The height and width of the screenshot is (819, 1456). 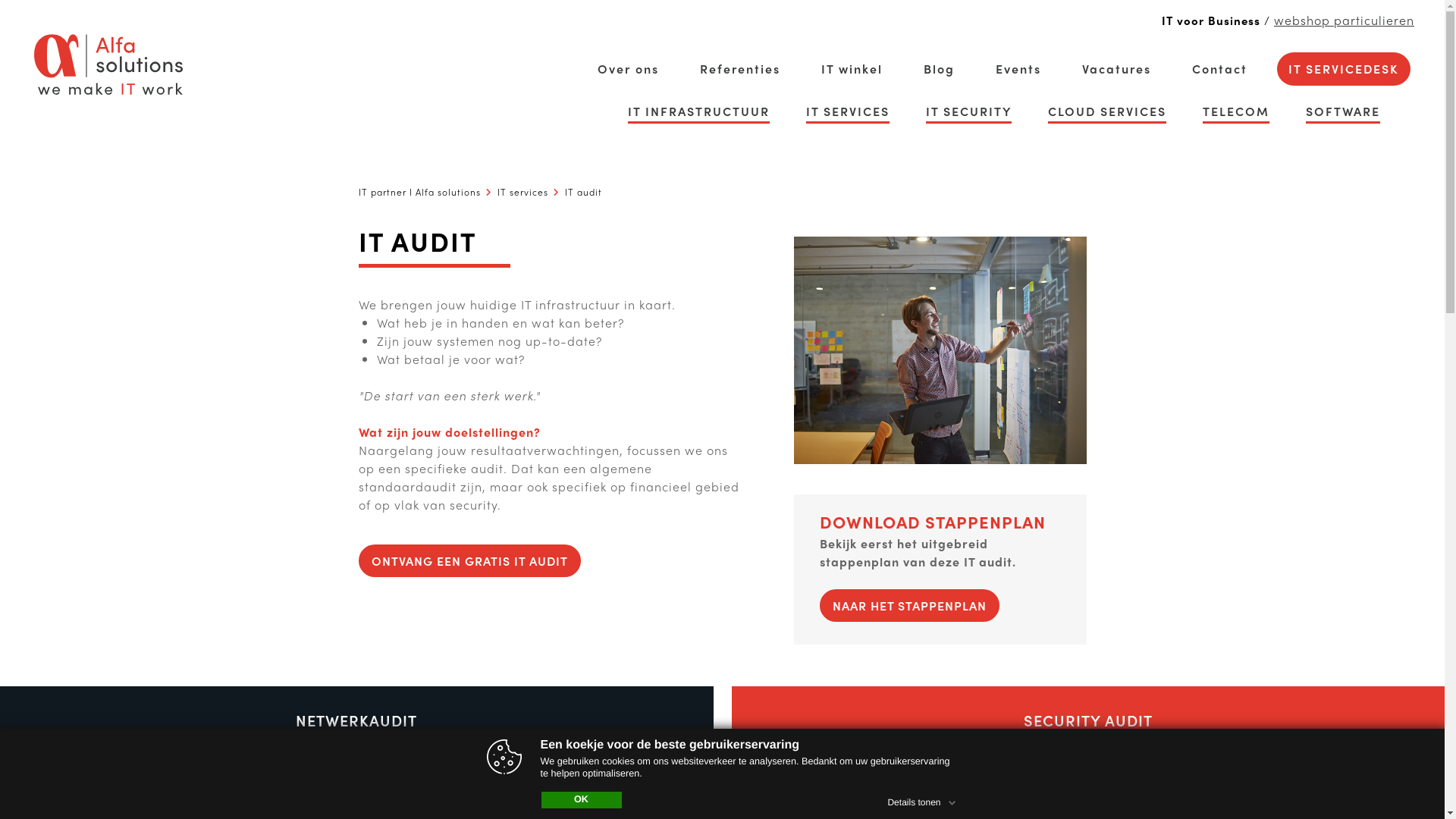 I want to click on 'IT INFRASTRUCTUUR', so click(x=698, y=110).